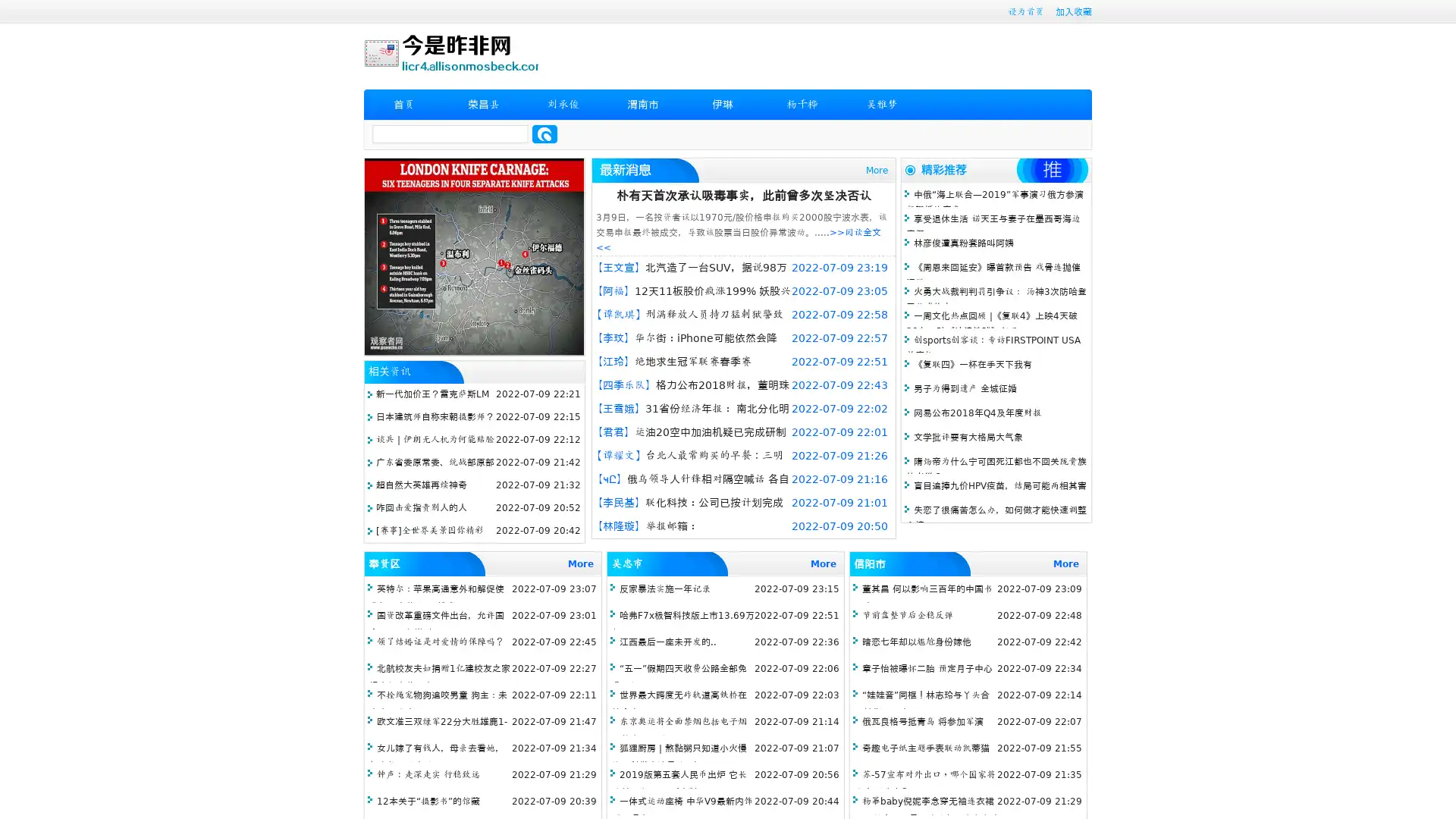 The height and width of the screenshot is (819, 1456). Describe the element at coordinates (544, 133) in the screenshot. I see `Search` at that location.